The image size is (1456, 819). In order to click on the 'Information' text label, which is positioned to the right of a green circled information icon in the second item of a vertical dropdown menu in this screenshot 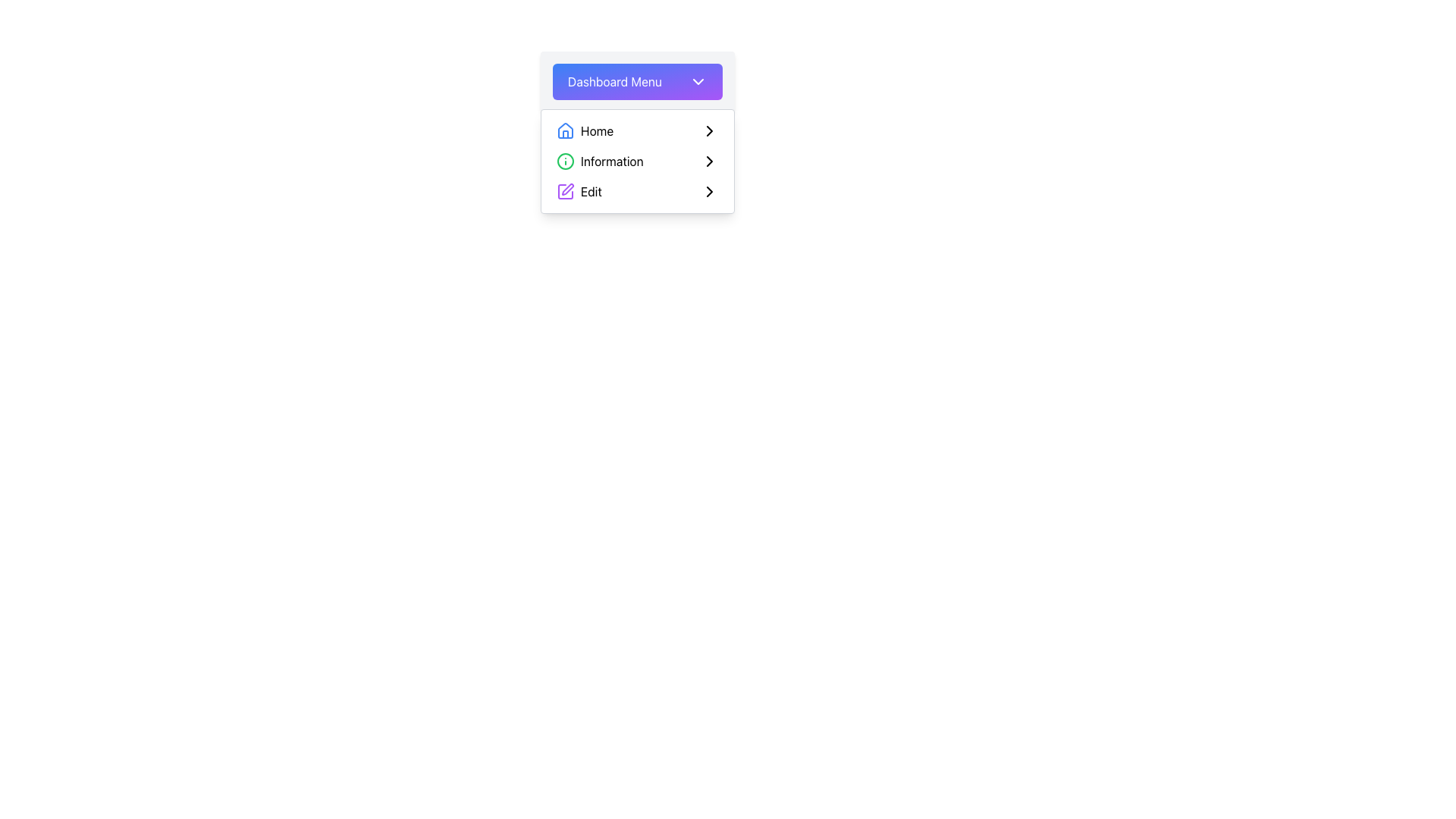, I will do `click(612, 161)`.